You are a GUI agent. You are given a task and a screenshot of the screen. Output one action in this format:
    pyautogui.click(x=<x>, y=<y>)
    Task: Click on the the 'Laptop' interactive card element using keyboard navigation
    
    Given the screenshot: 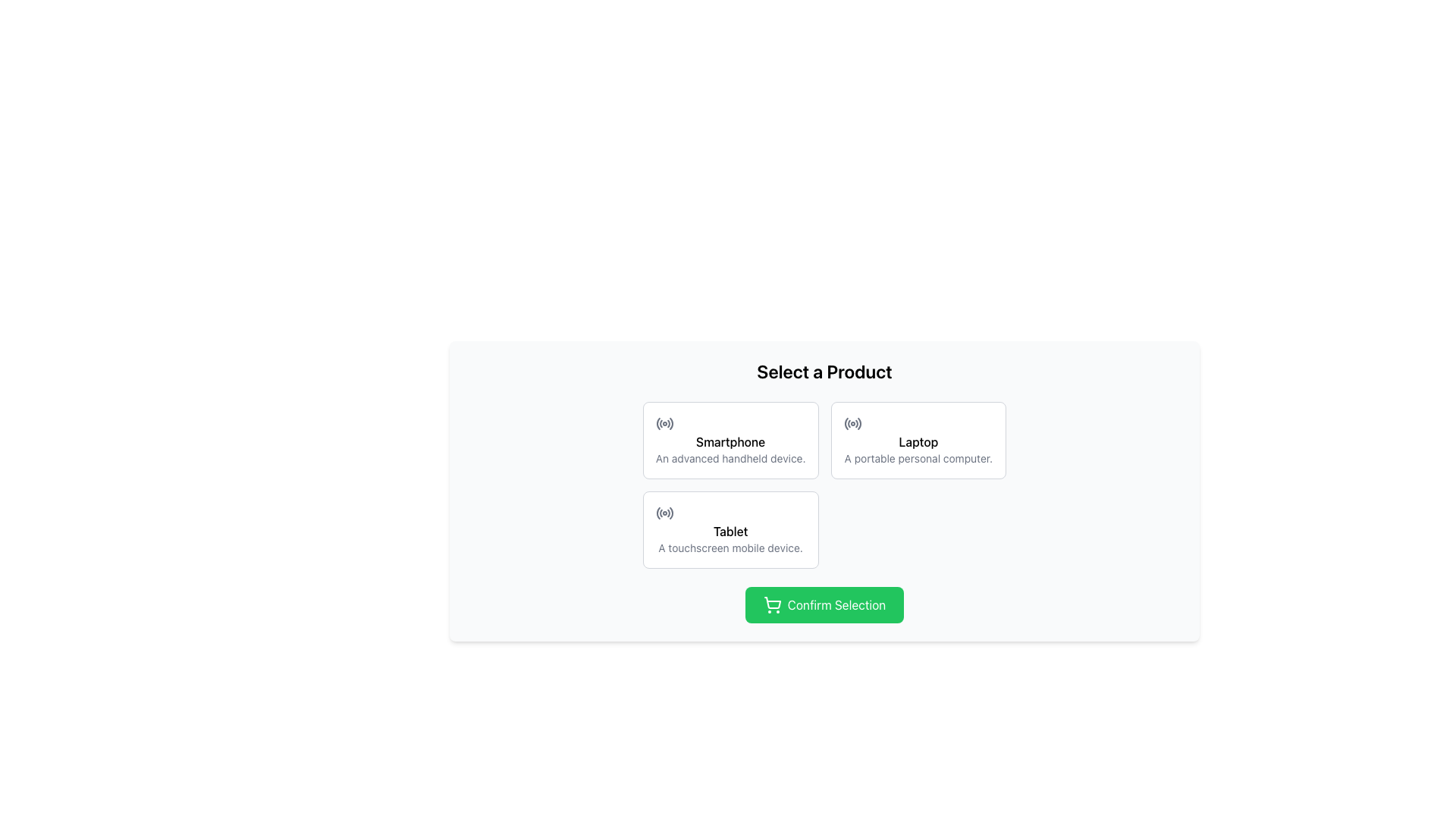 What is the action you would take?
    pyautogui.click(x=918, y=441)
    